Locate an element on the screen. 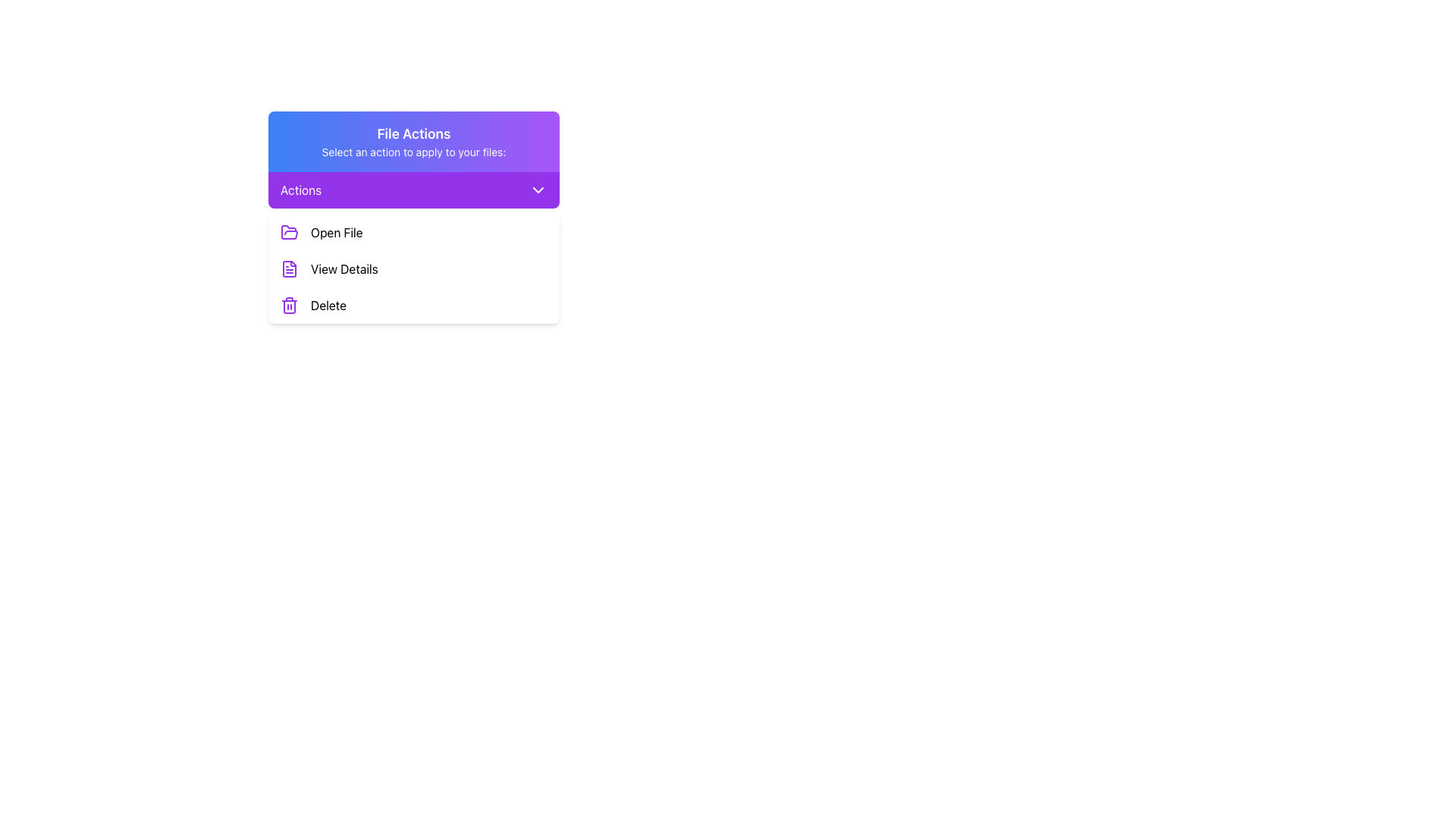  the first Button-like list item labeled 'Open File' in the vertical action menu is located at coordinates (414, 233).